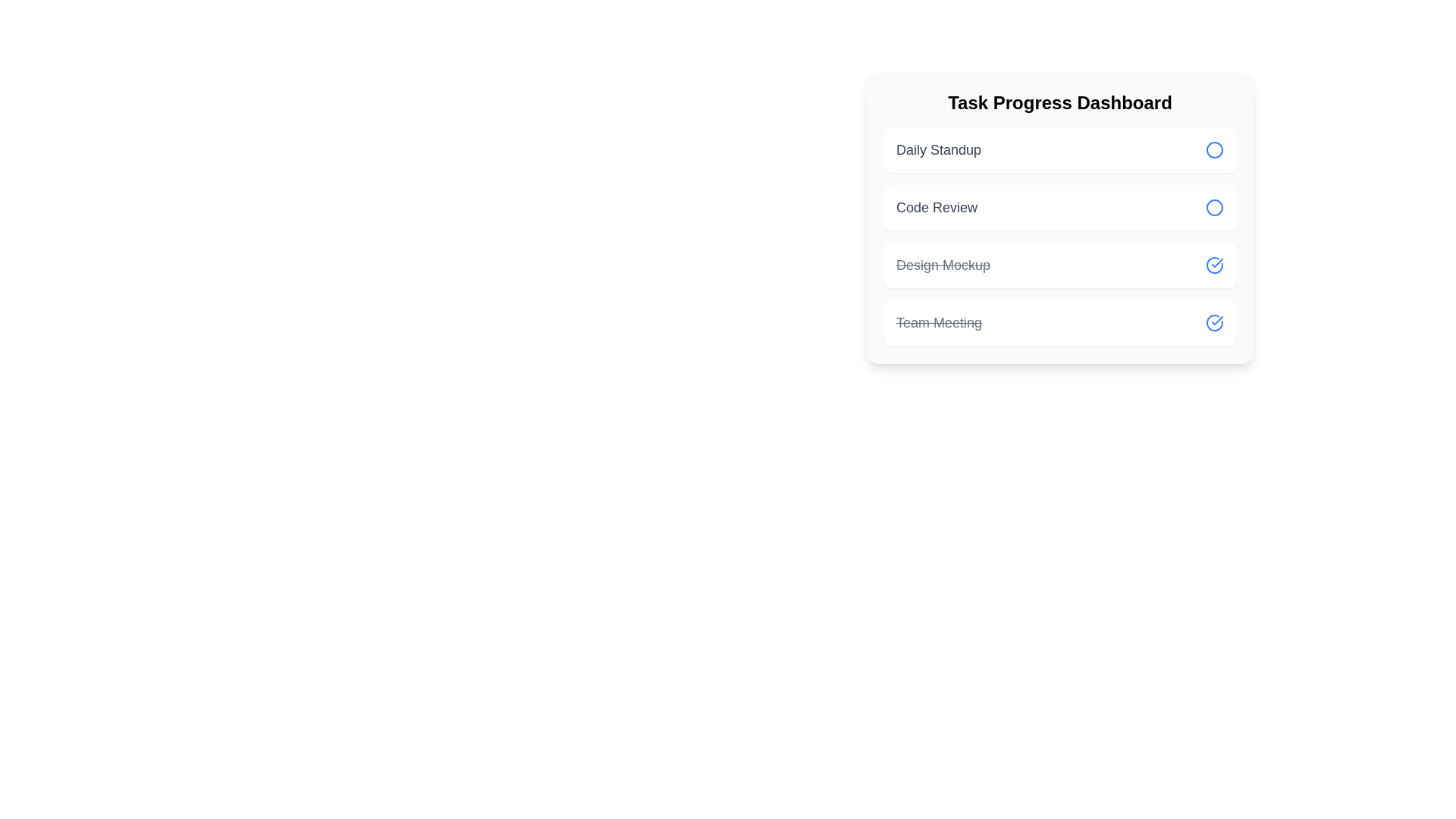 This screenshot has height=819, width=1456. What do you see at coordinates (1215, 149) in the screenshot?
I see `the circular icon representing the unchecked or in-progress state of the 'Daily Standup' task` at bounding box center [1215, 149].